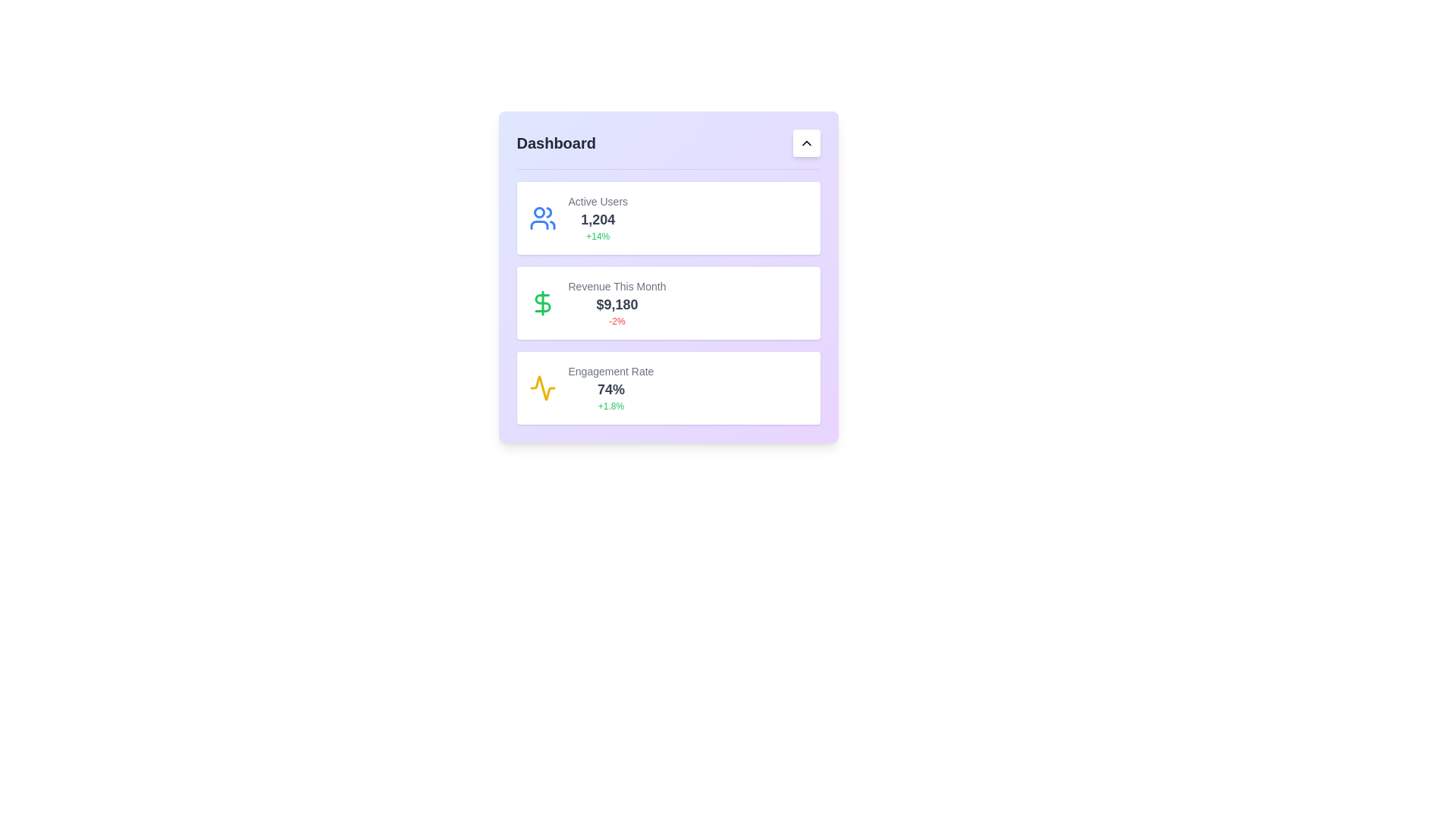 The width and height of the screenshot is (1456, 819). What do you see at coordinates (611, 371) in the screenshot?
I see `the static text label 'Engagement Rate' located at the top of the third card in the vertical set of cards, which provides context for the numerical data displayed below it` at bounding box center [611, 371].